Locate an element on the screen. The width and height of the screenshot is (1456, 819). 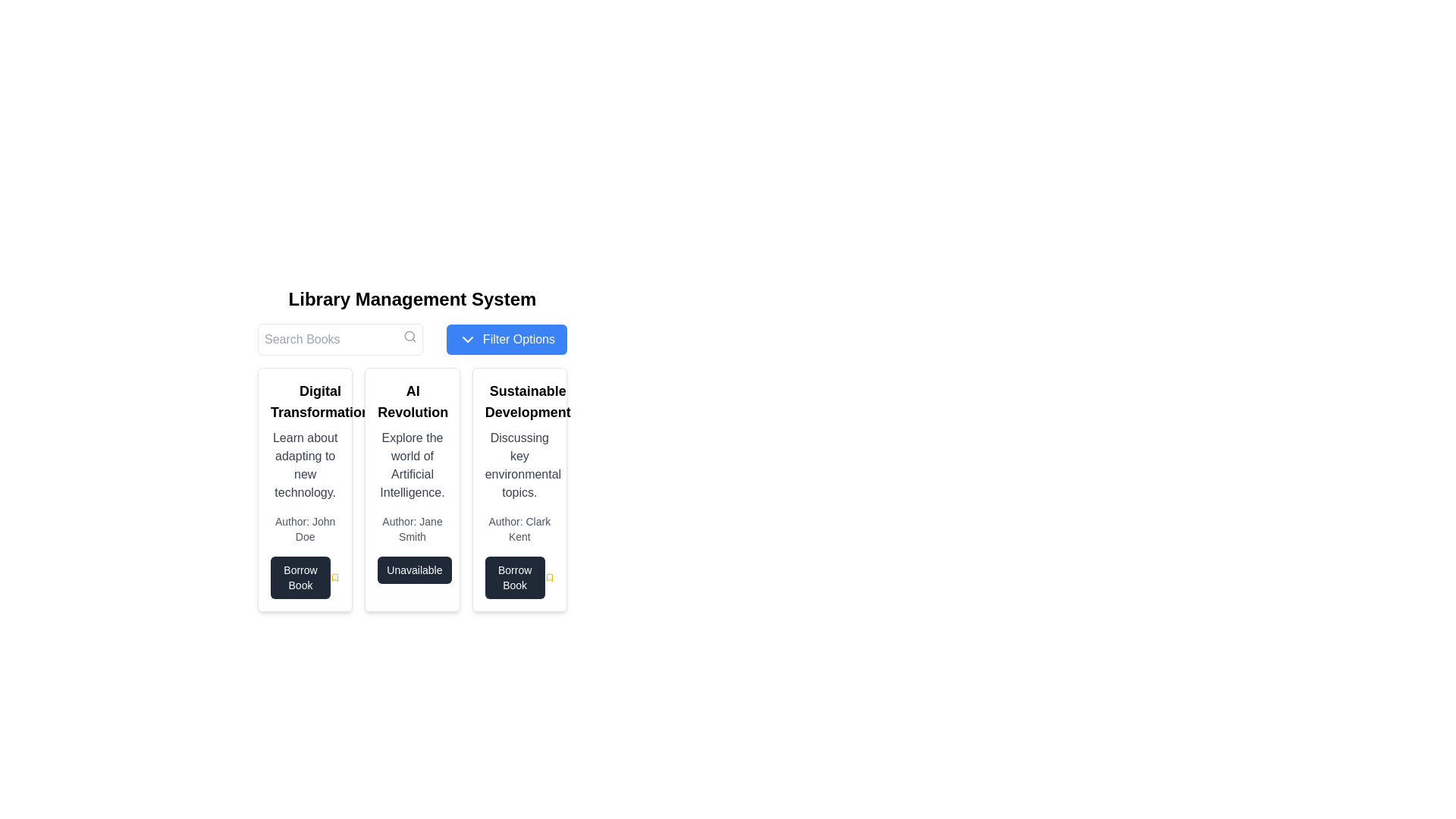
the circular search icon with a magnifying glass representation, located at the rightmost end of the search bar labeled 'Search Books' is located at coordinates (410, 335).